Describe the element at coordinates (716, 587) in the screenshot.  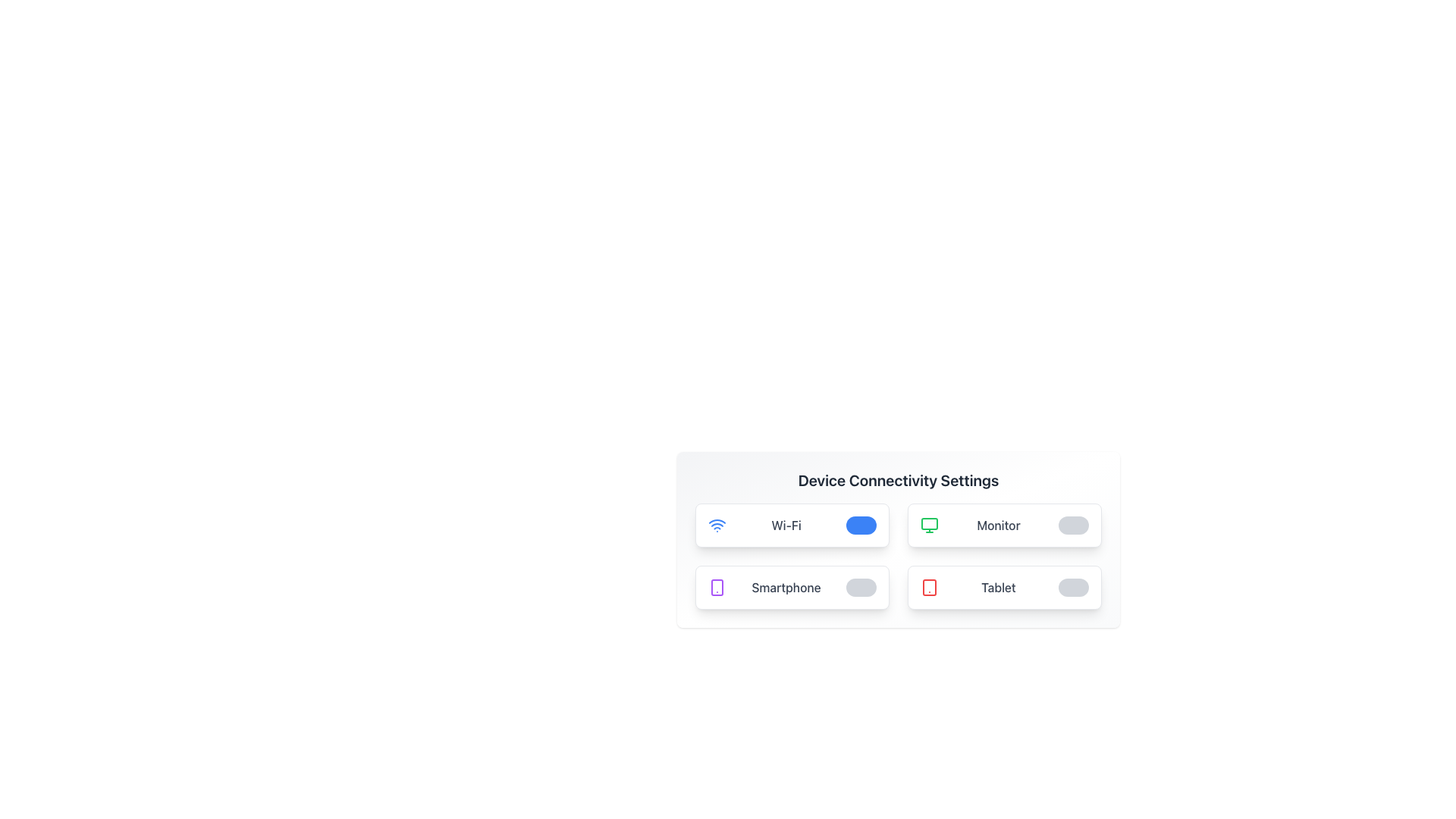
I see `the smartphone icon element, which is a purple icon with rounded corners and a small dot, located next to the label 'Smartphone' in the lower-left section of the settings card` at that location.